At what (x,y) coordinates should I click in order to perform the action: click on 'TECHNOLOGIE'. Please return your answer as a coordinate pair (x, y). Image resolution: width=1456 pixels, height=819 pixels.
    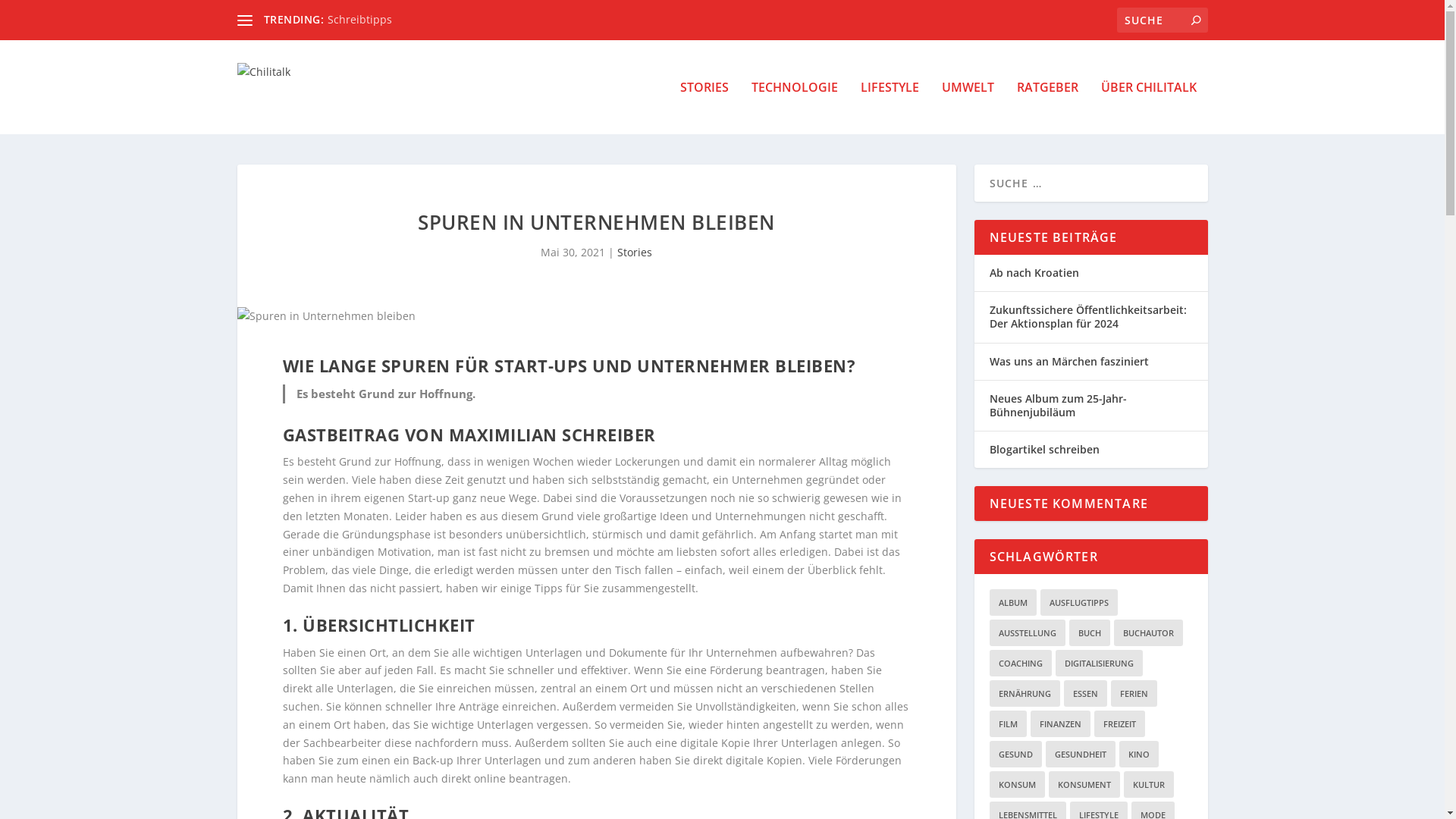
    Looking at the image, I should click on (792, 107).